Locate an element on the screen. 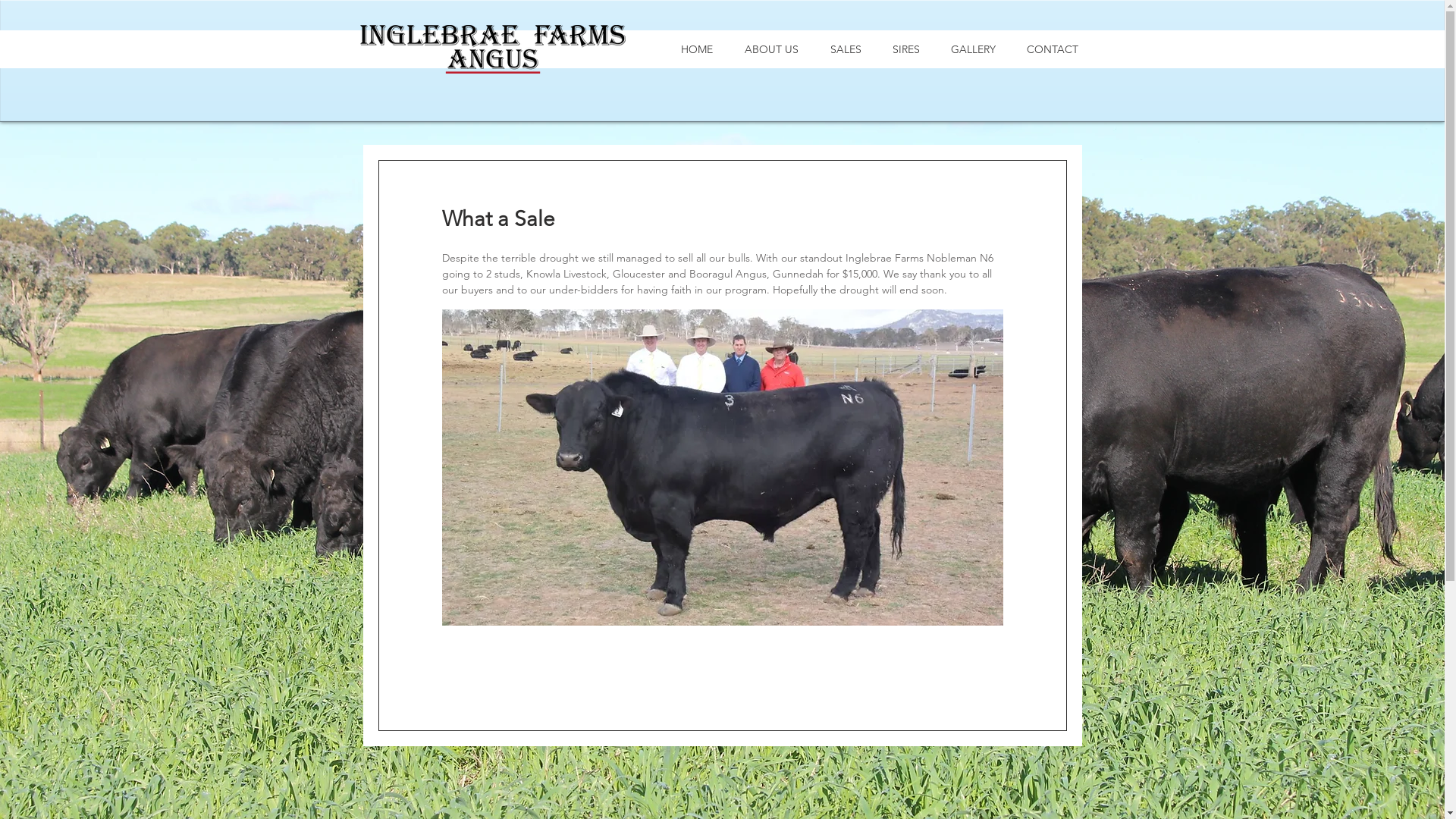  'HOME' is located at coordinates (695, 49).